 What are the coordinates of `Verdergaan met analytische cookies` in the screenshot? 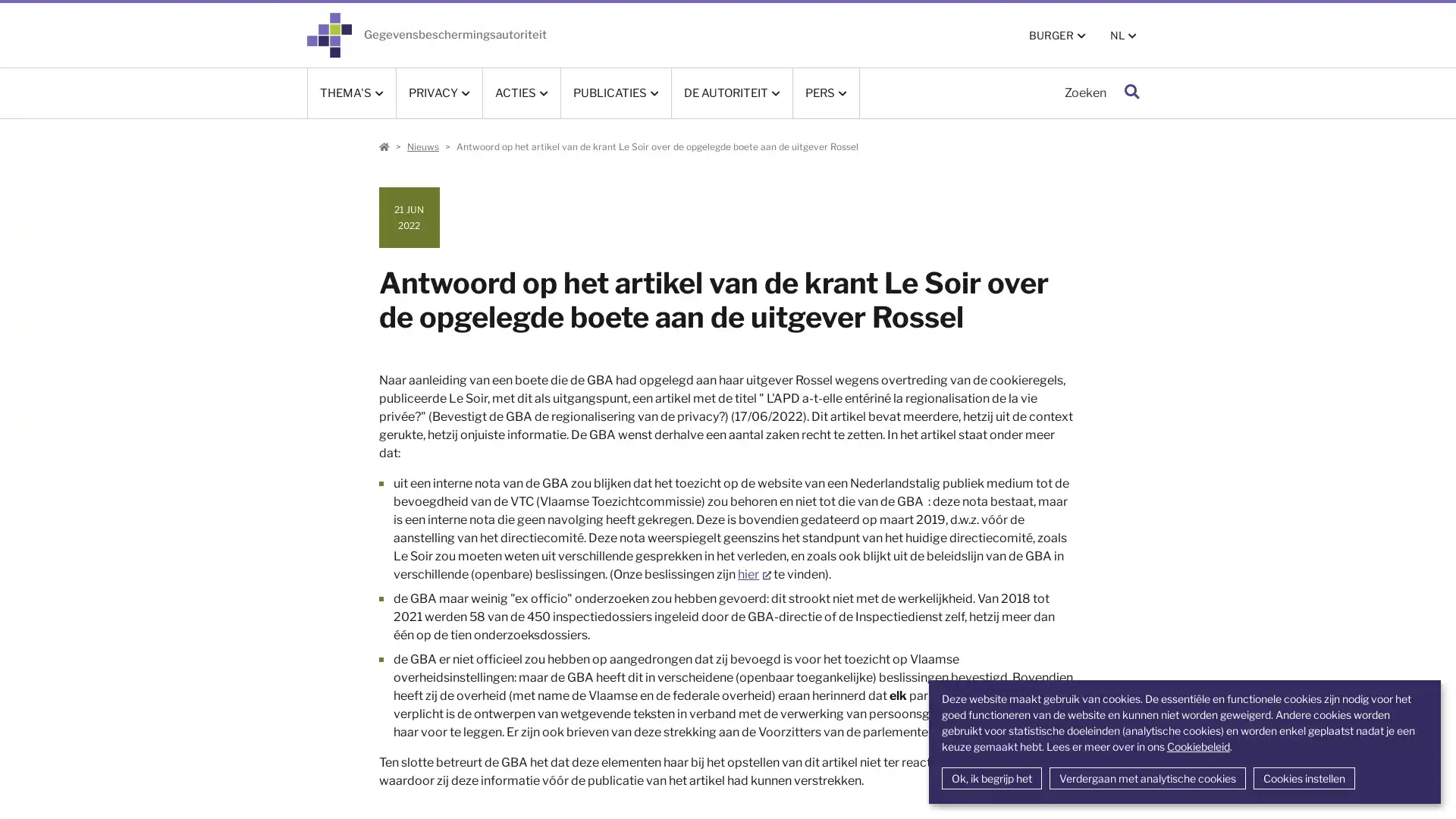 It's located at (1147, 778).